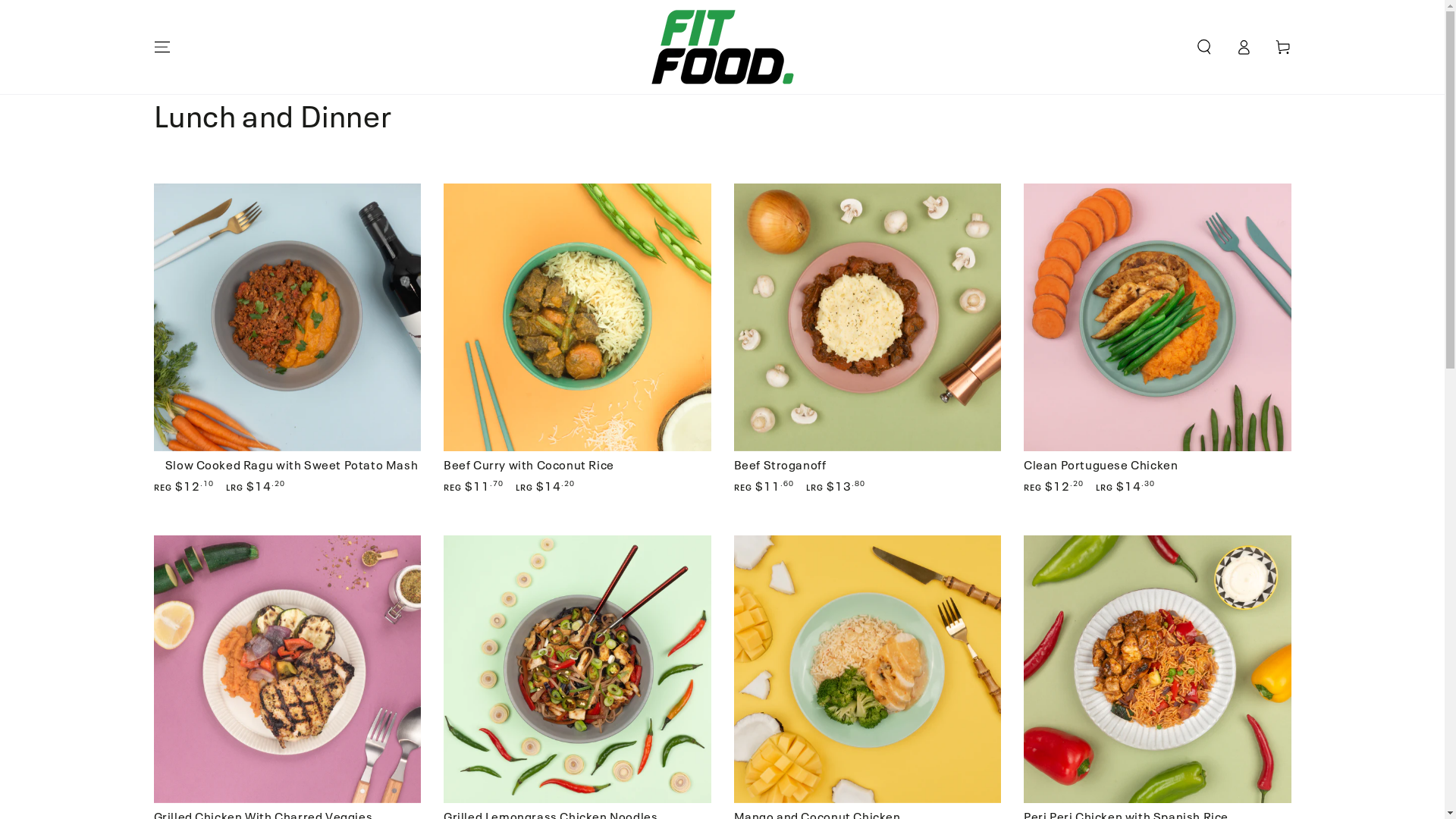 Image resolution: width=1456 pixels, height=819 pixels. I want to click on 'Beef Curry with Coconut Rice', so click(529, 463).